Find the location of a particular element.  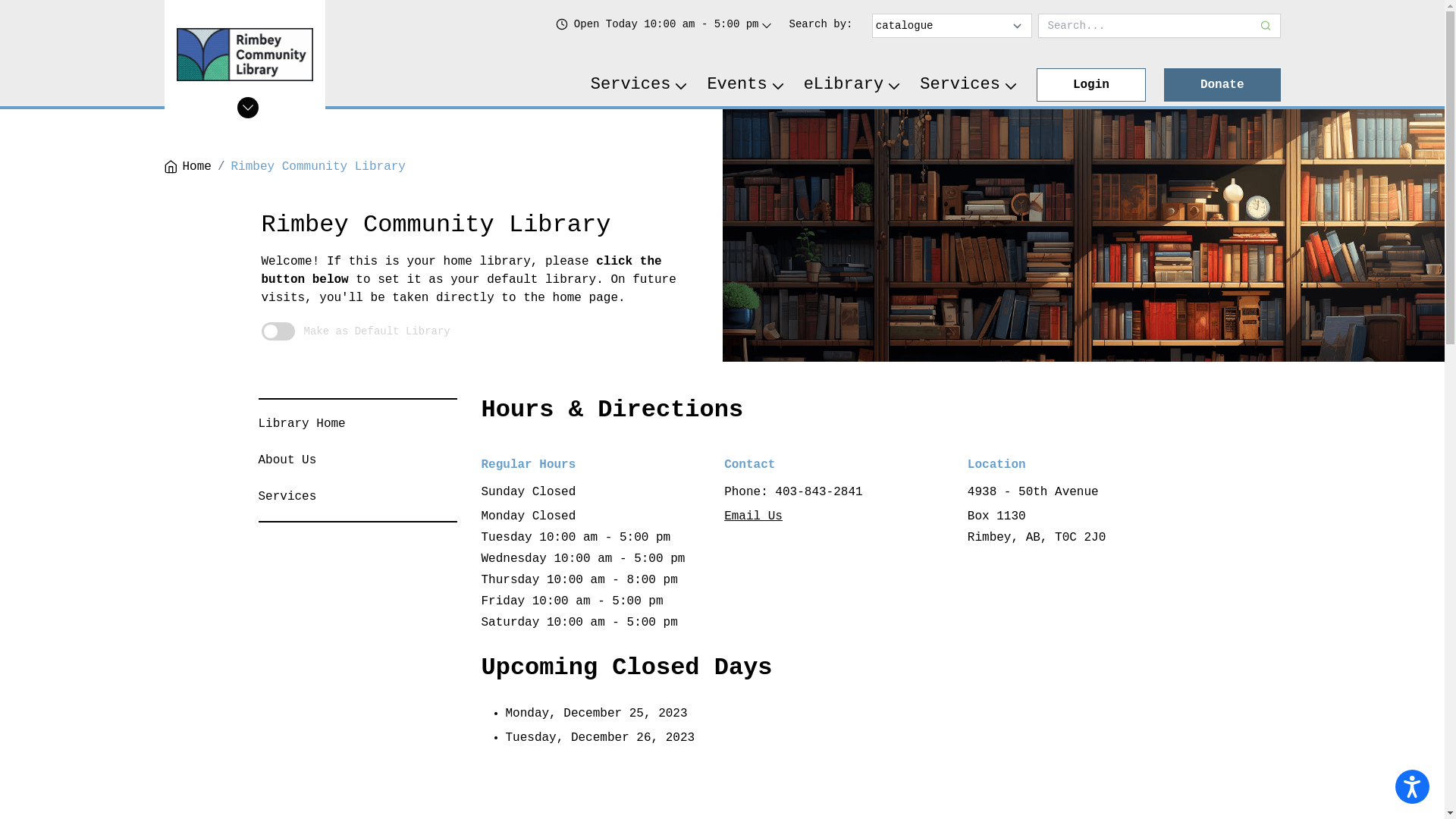

'Services' is located at coordinates (640, 84).